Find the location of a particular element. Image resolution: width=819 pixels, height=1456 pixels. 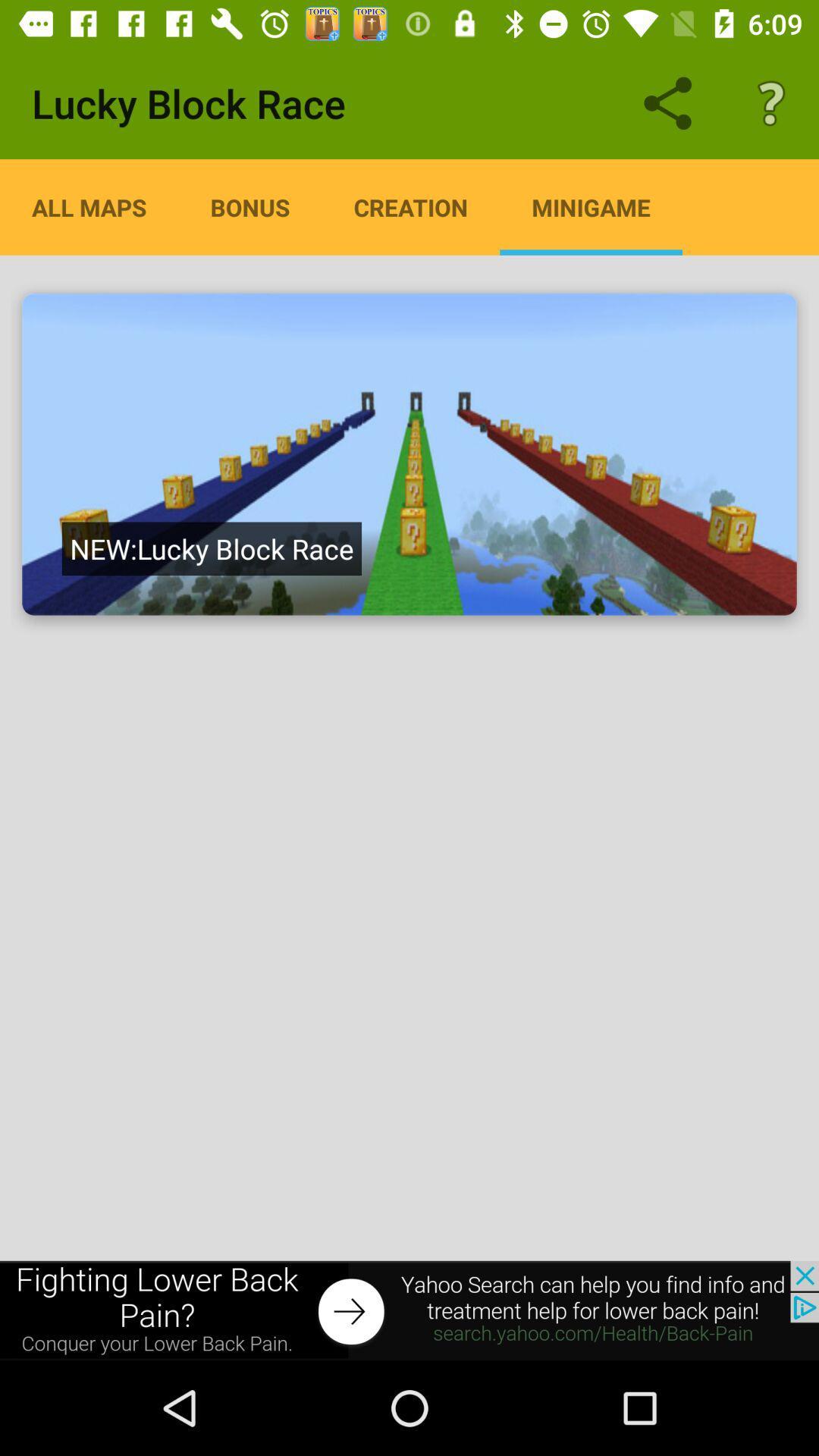

minigame right to creation is located at coordinates (590, 206).